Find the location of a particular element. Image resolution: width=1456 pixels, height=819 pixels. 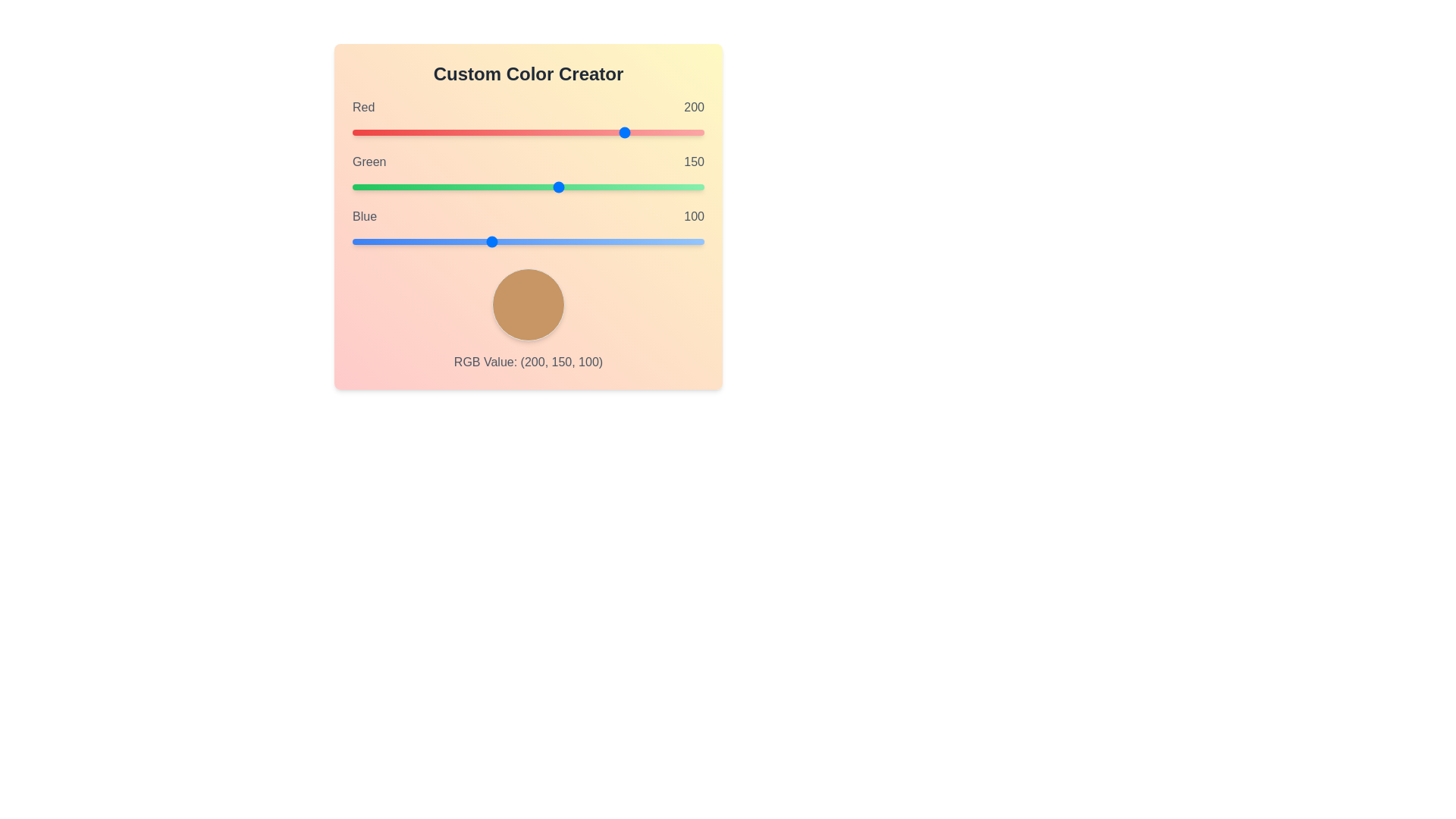

the Green slider to set the green component to 120 is located at coordinates (518, 186).